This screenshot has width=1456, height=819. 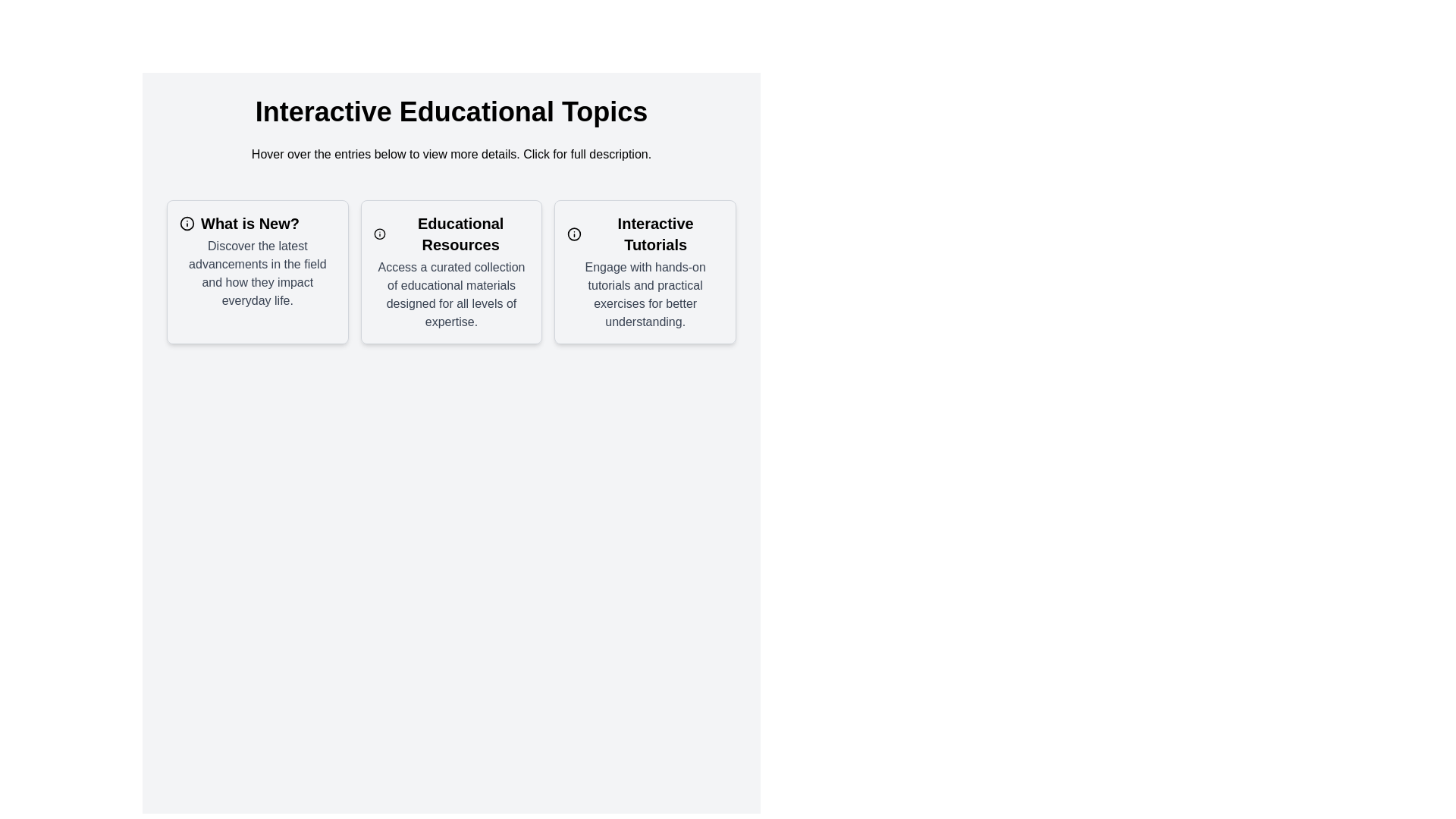 What do you see at coordinates (573, 234) in the screenshot?
I see `the 'Information' icon located in the top-left corner of the last card in the third column of the three-card row, which provides additional context for the 'Interactive Tutorials' heading` at bounding box center [573, 234].